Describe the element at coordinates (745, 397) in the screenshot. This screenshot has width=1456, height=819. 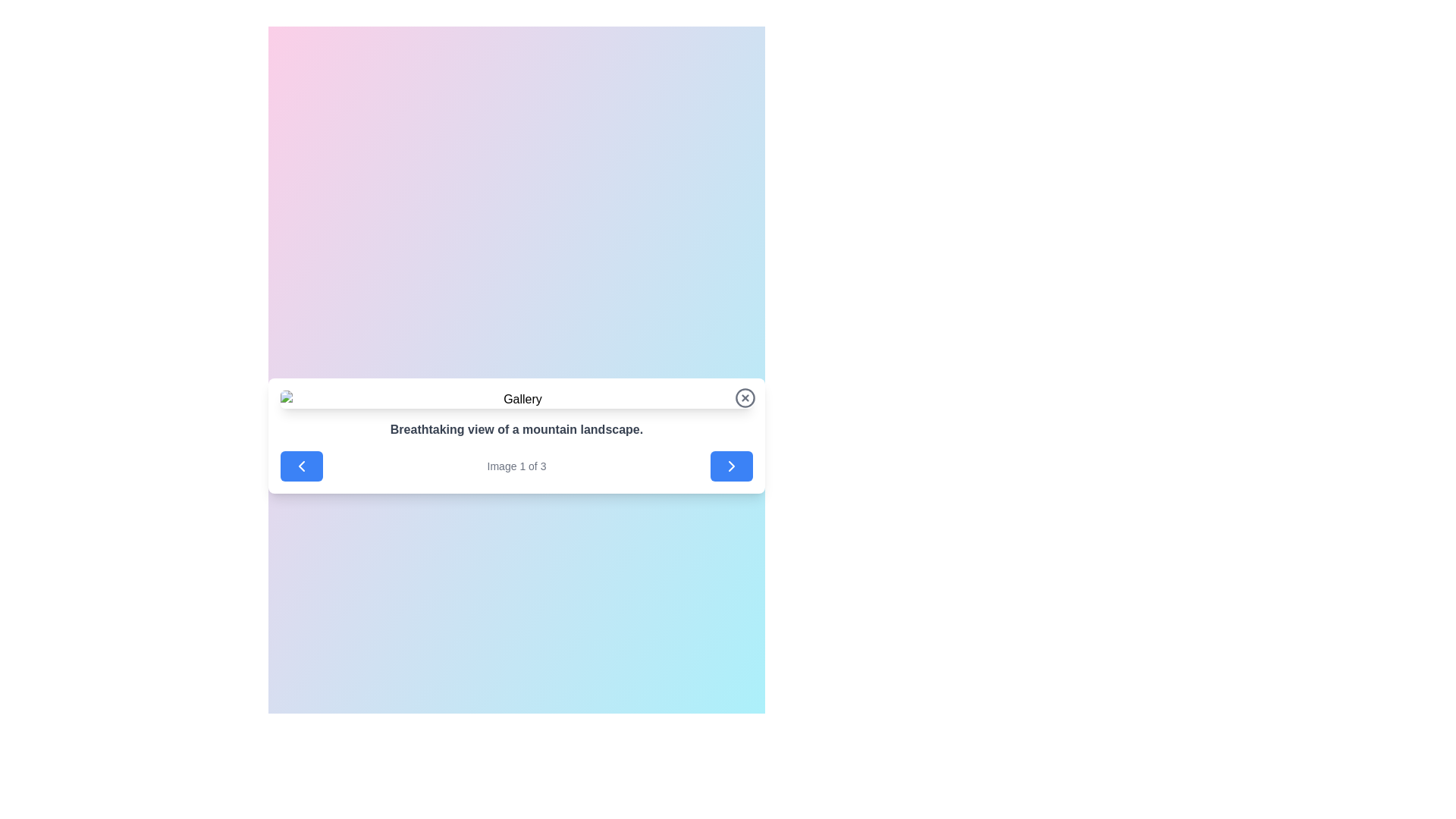
I see `the small circular close button with a gray 'X' icon located at the top-right corner of the card interface` at that location.